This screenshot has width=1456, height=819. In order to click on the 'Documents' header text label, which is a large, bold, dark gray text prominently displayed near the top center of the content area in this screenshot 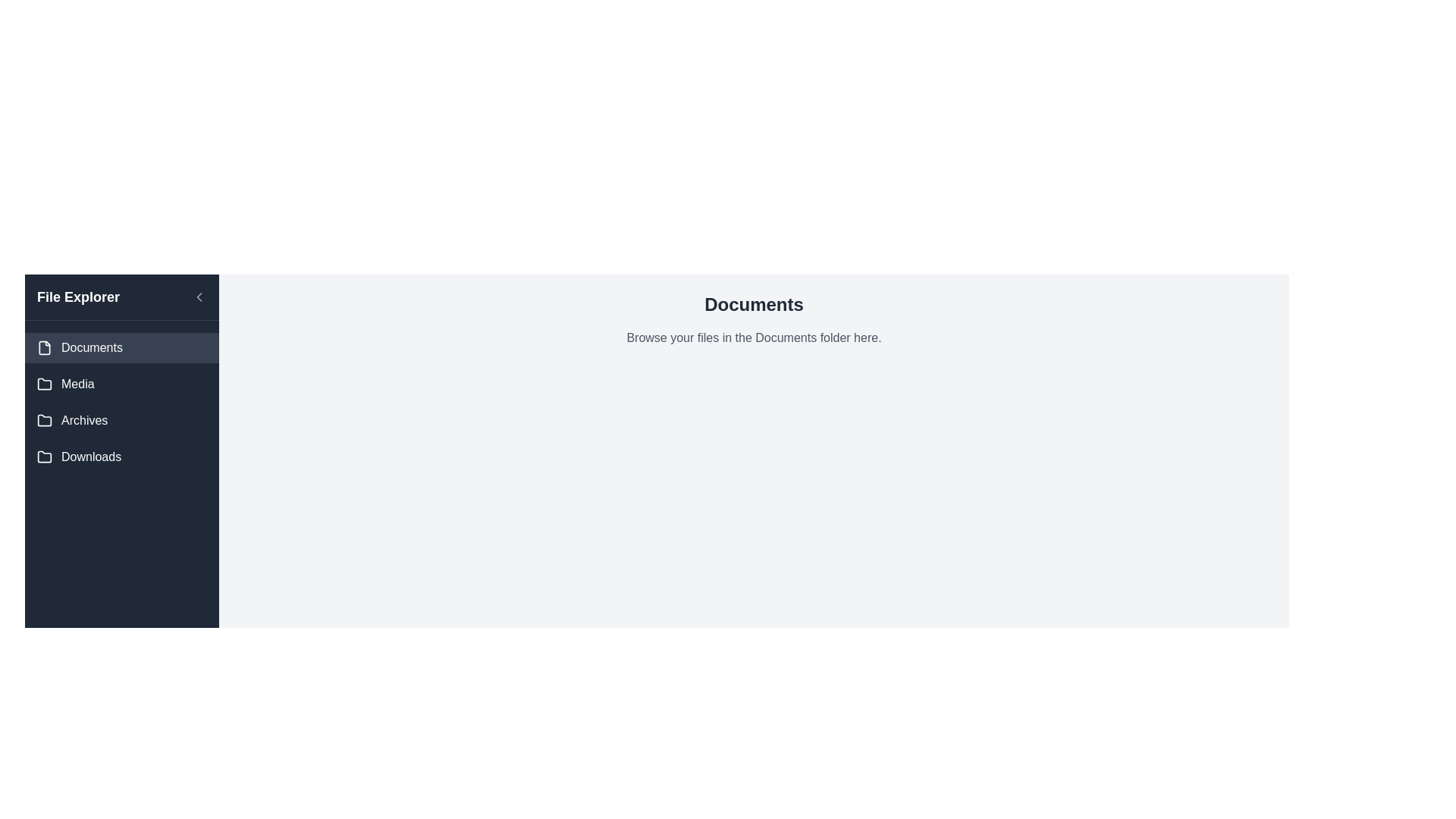, I will do `click(754, 304)`.